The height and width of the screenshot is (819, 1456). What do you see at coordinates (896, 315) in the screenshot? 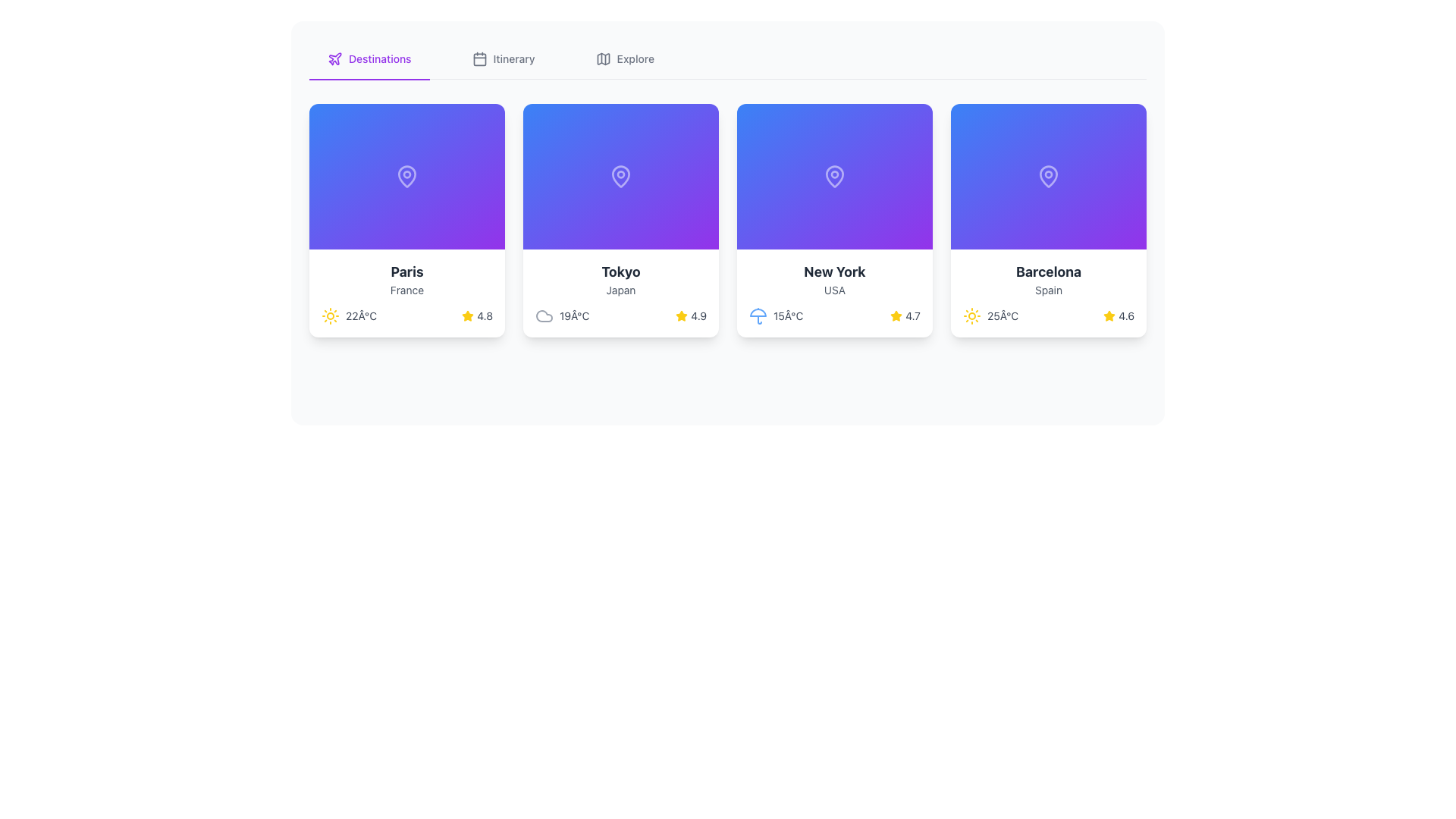
I see `the star-shaped icon in the bottom-right corner of the fourth city card` at bounding box center [896, 315].